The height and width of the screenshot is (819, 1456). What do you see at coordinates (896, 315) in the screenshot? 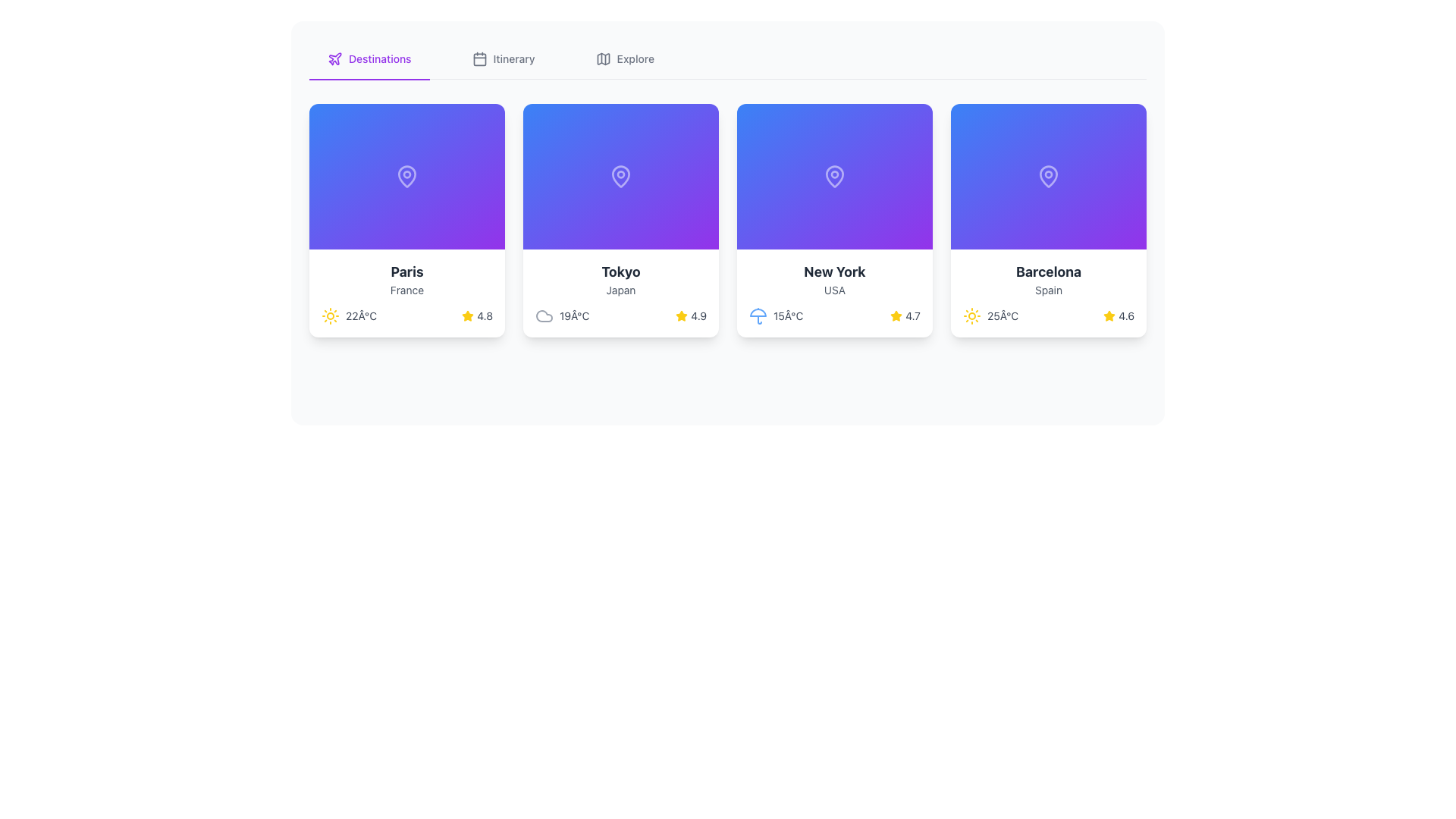
I see `the star-shaped icon in the bottom-right corner of the fourth city card` at bounding box center [896, 315].